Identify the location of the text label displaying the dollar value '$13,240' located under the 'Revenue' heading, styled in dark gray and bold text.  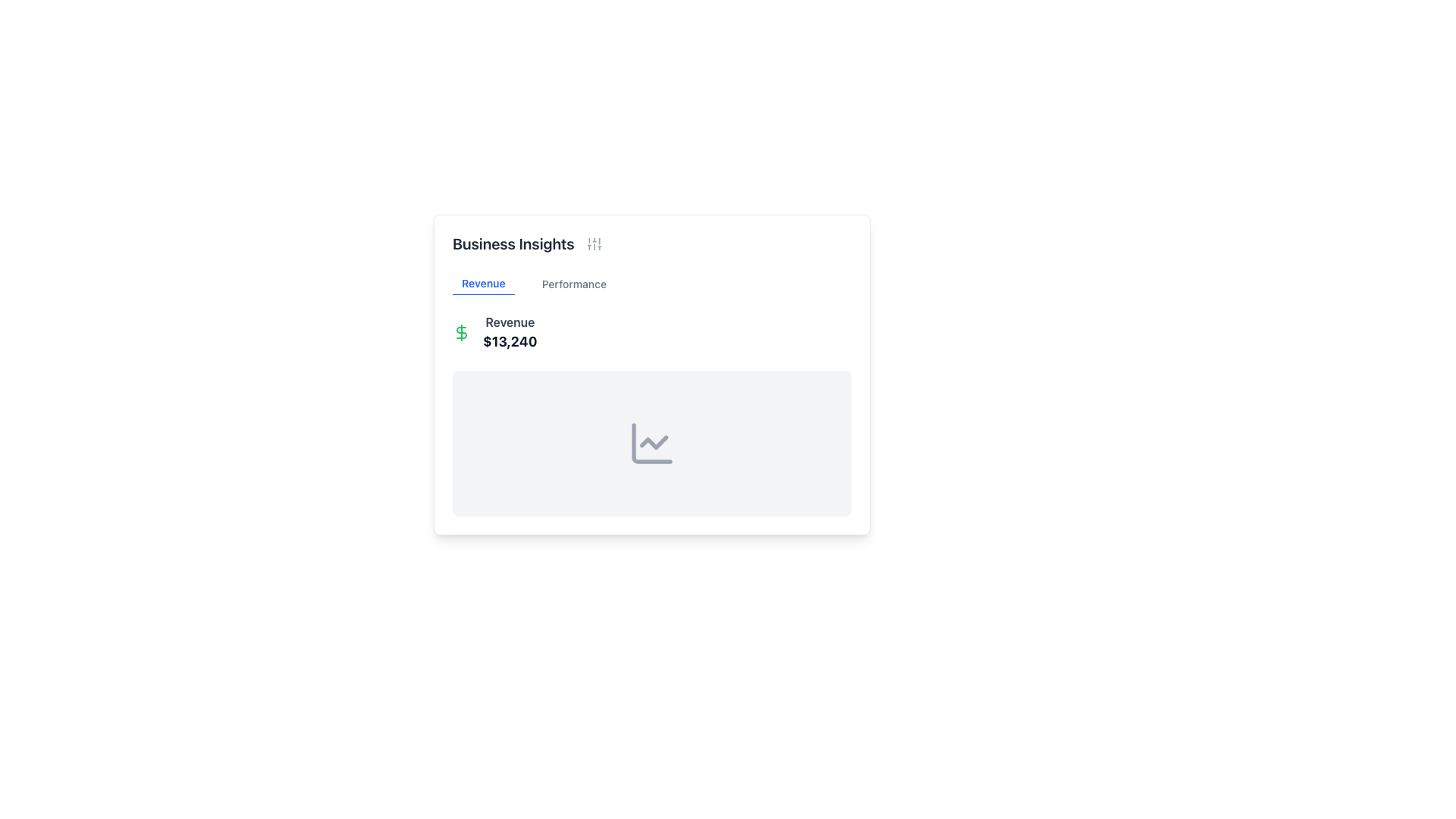
(510, 342).